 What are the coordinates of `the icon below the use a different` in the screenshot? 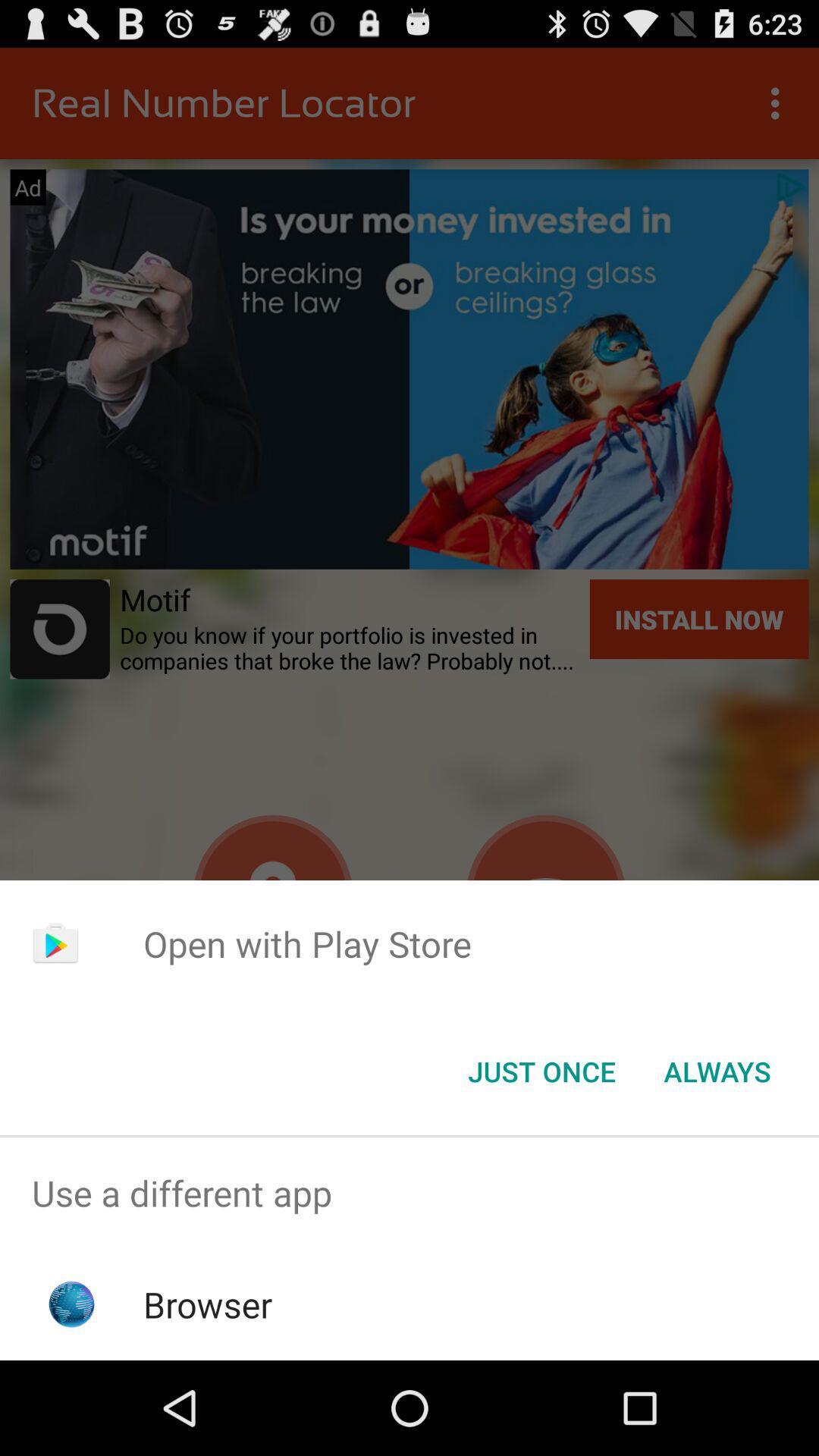 It's located at (208, 1304).